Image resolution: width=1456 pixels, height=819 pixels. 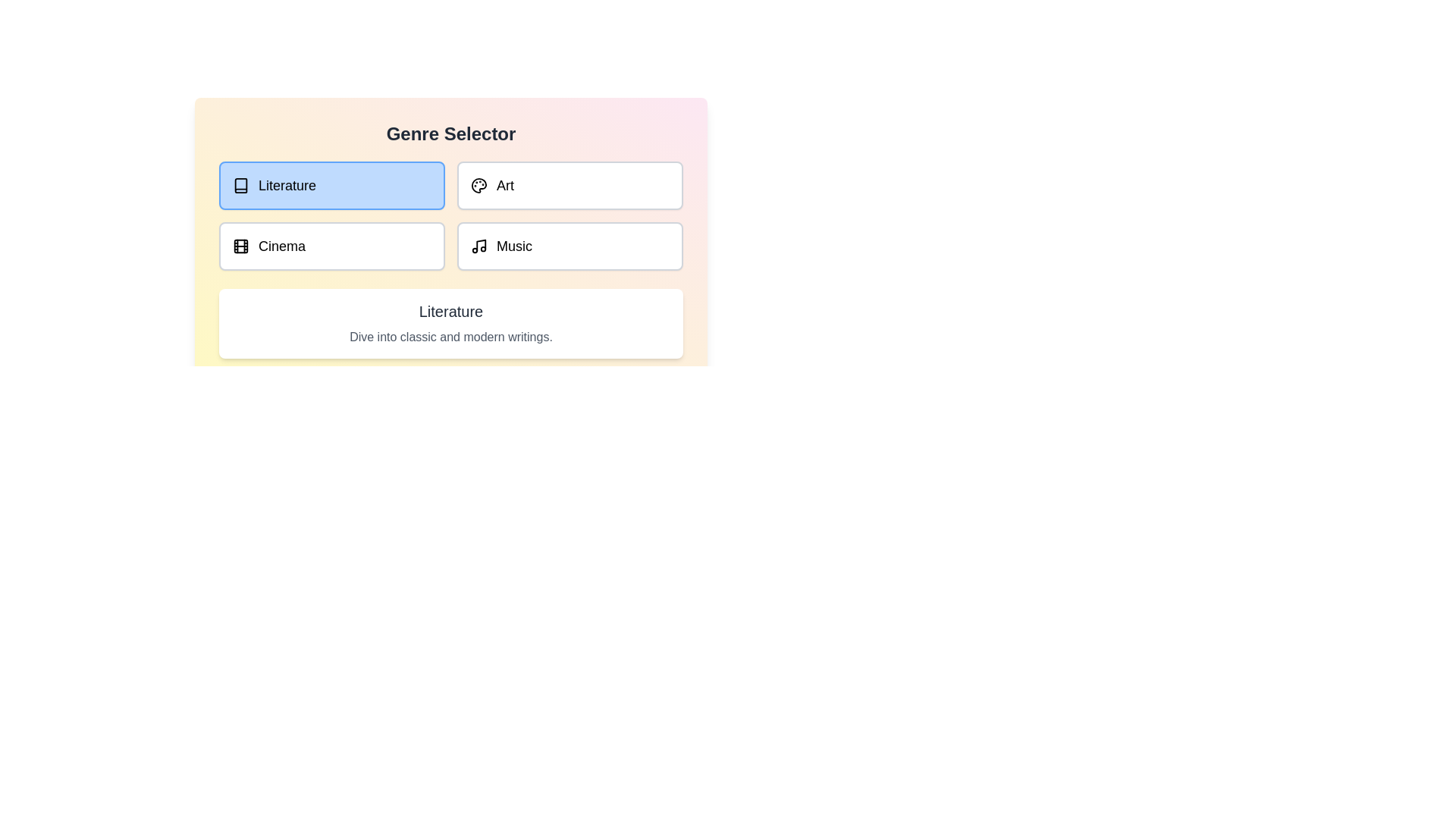 I want to click on the graphic icon element of the genre selector button, which is a rectangular shape with rounded corners forming the outline of a film reel icon, located in the left column of the layout, so click(x=240, y=245).